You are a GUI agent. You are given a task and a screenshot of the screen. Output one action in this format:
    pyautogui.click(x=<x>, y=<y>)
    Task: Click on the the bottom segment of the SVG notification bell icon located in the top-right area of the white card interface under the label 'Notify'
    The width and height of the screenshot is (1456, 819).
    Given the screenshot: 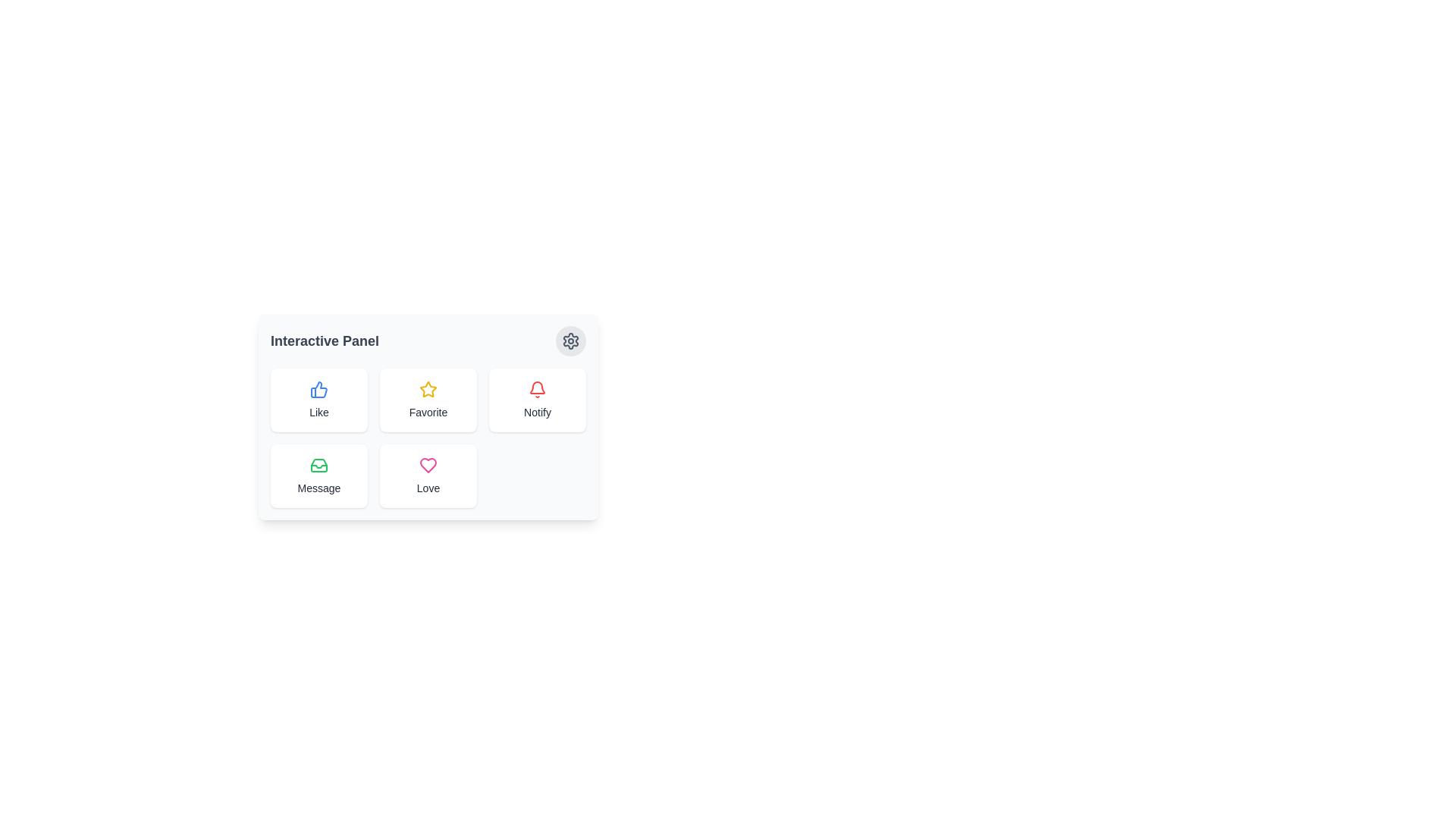 What is the action you would take?
    pyautogui.click(x=538, y=387)
    